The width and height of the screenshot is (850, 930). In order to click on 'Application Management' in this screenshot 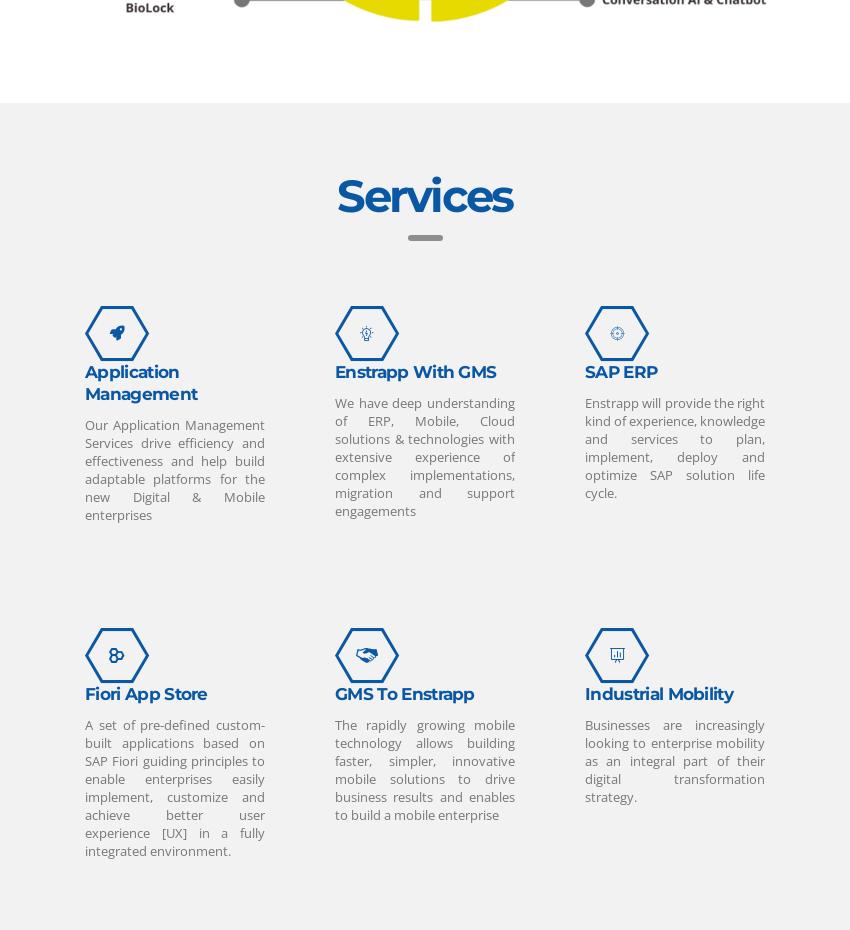, I will do `click(85, 381)`.